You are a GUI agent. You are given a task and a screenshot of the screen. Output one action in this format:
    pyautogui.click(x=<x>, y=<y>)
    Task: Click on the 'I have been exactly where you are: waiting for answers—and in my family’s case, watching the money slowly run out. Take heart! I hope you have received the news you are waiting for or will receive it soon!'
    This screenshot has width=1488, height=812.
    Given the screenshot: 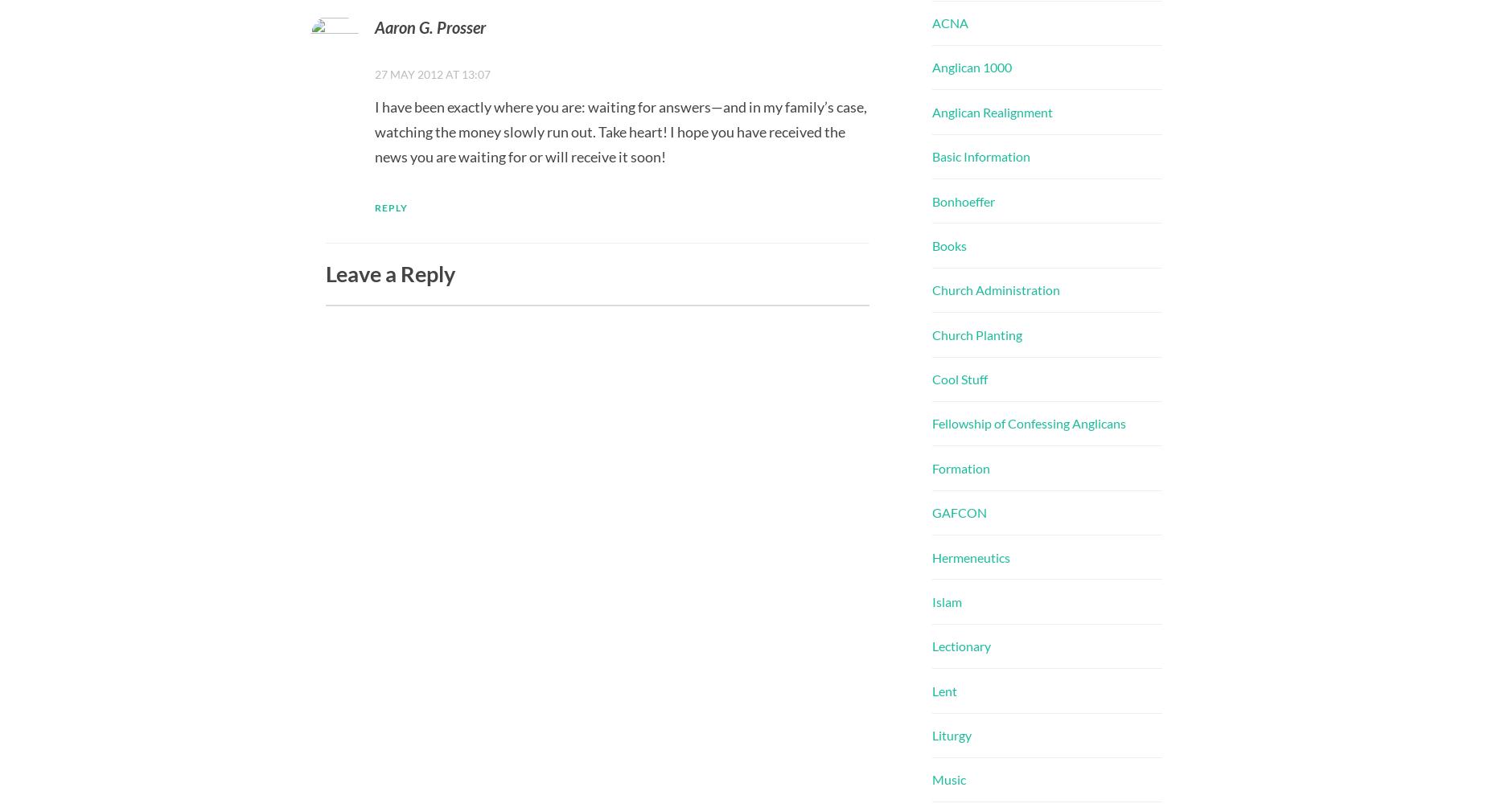 What is the action you would take?
    pyautogui.click(x=621, y=130)
    